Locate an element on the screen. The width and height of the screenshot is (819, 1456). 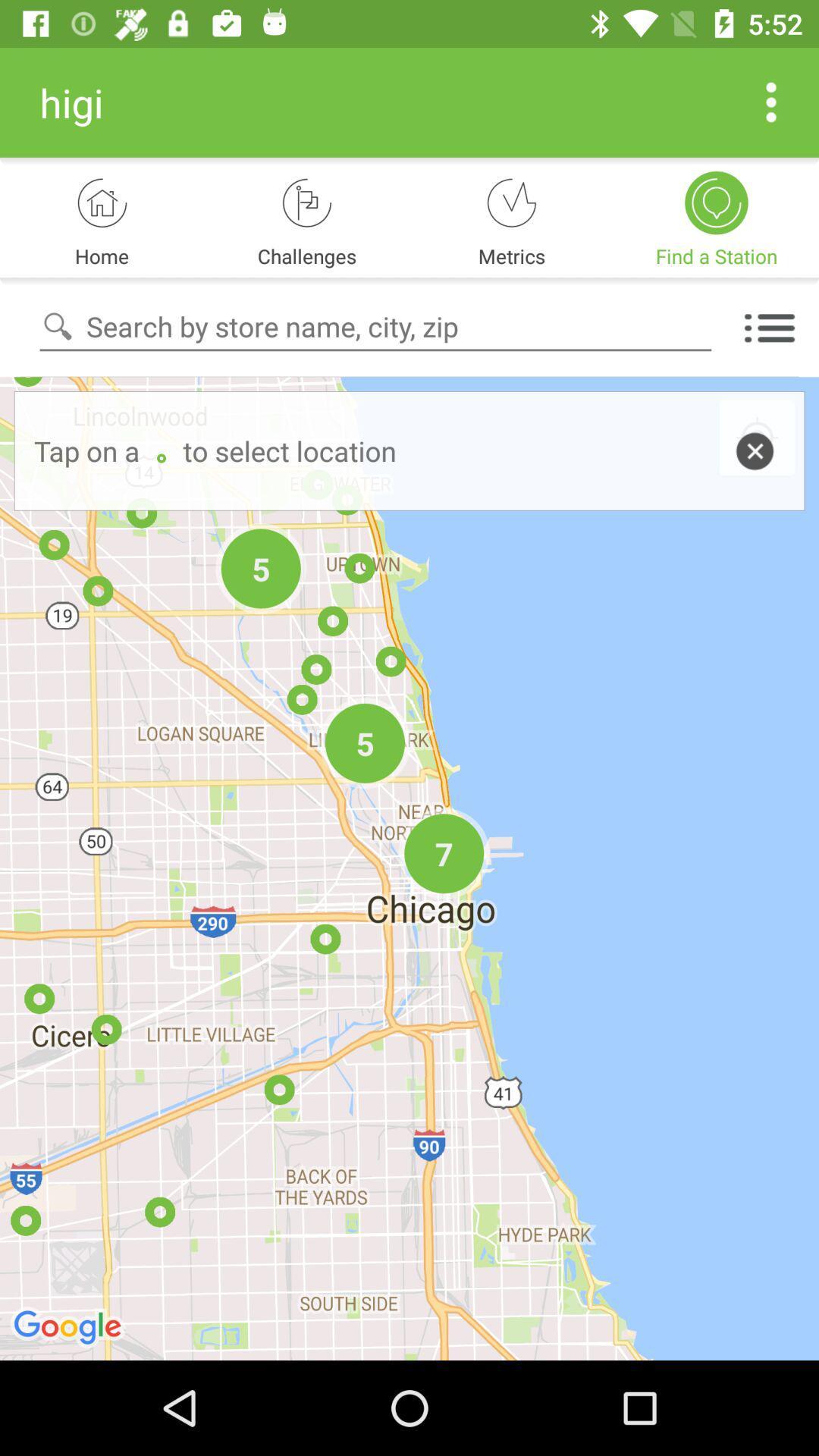
close button beside location is located at coordinates (755, 450).